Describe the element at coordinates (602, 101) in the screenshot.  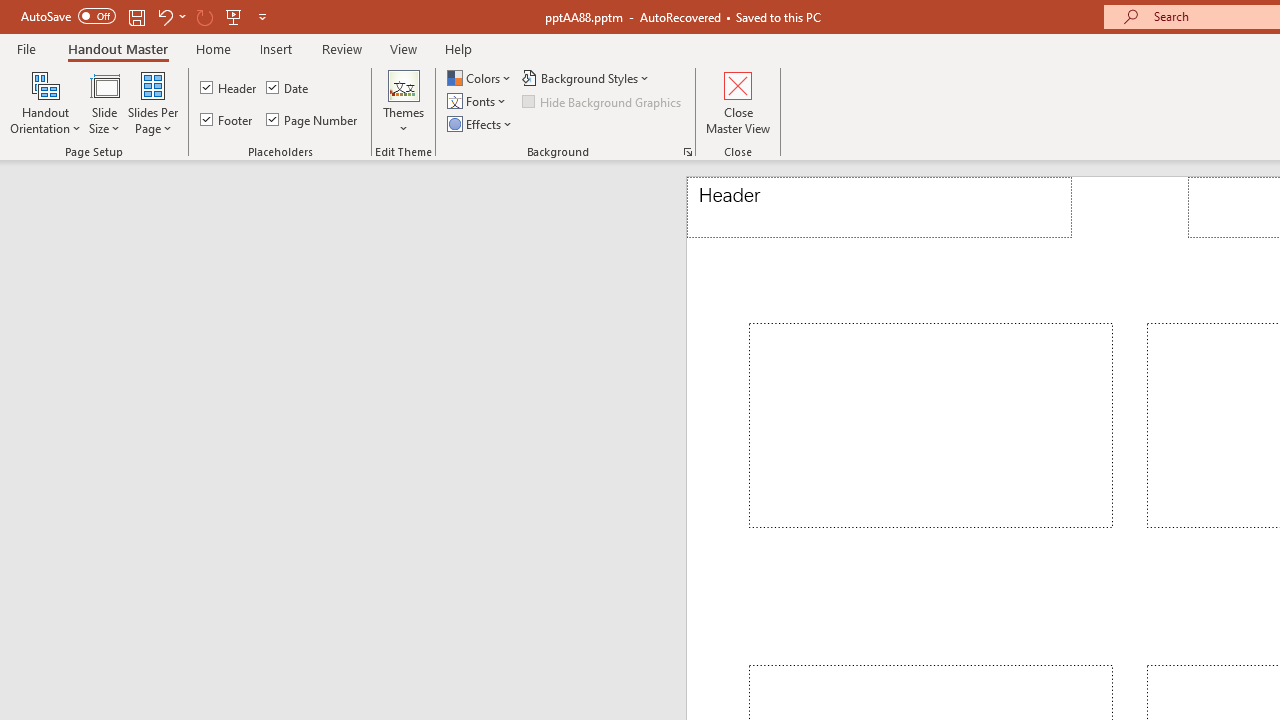
I see `'Hide Background Graphics'` at that location.